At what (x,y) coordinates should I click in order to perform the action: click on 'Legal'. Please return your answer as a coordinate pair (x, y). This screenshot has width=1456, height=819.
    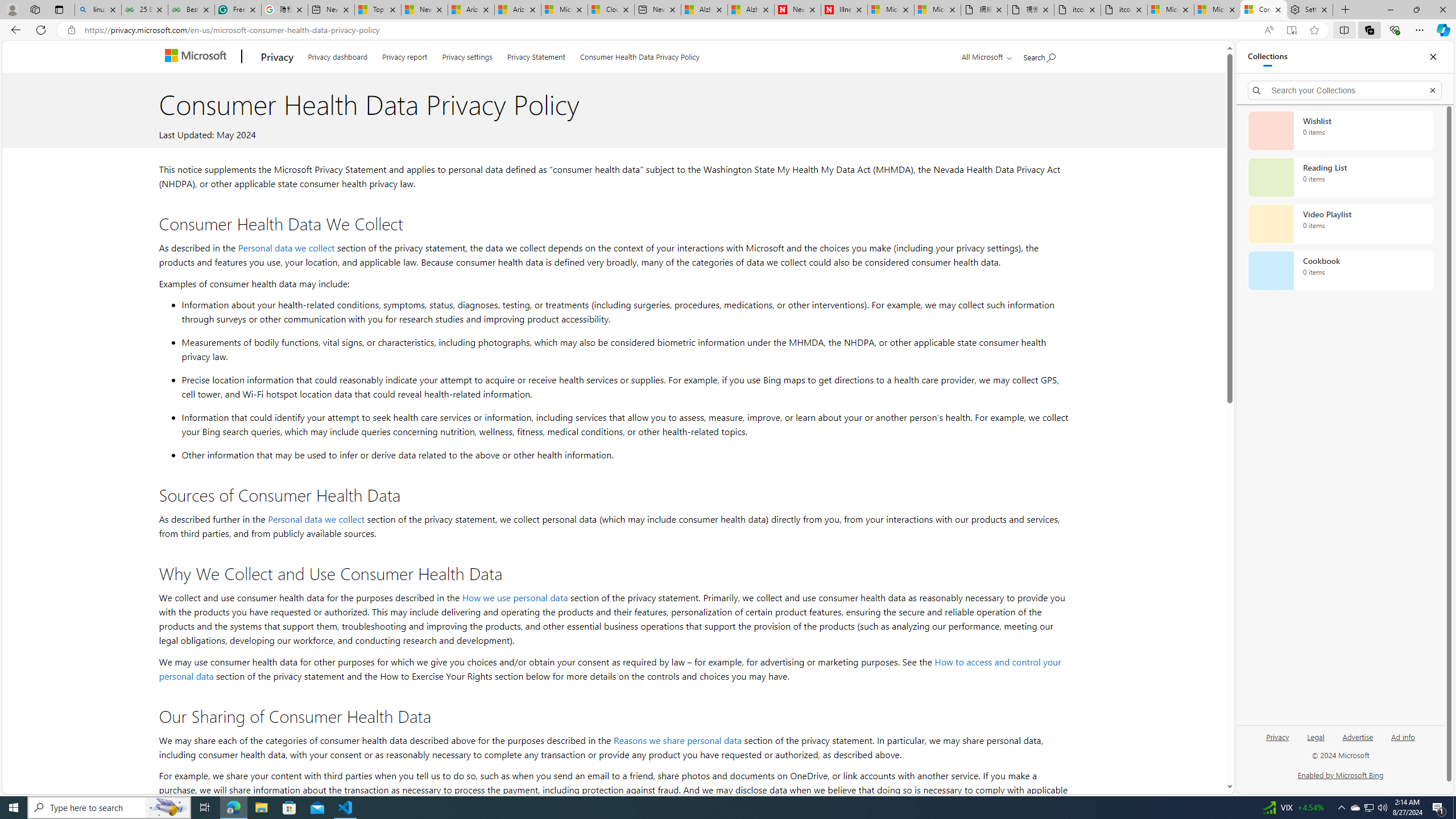
    Looking at the image, I should click on (1316, 736).